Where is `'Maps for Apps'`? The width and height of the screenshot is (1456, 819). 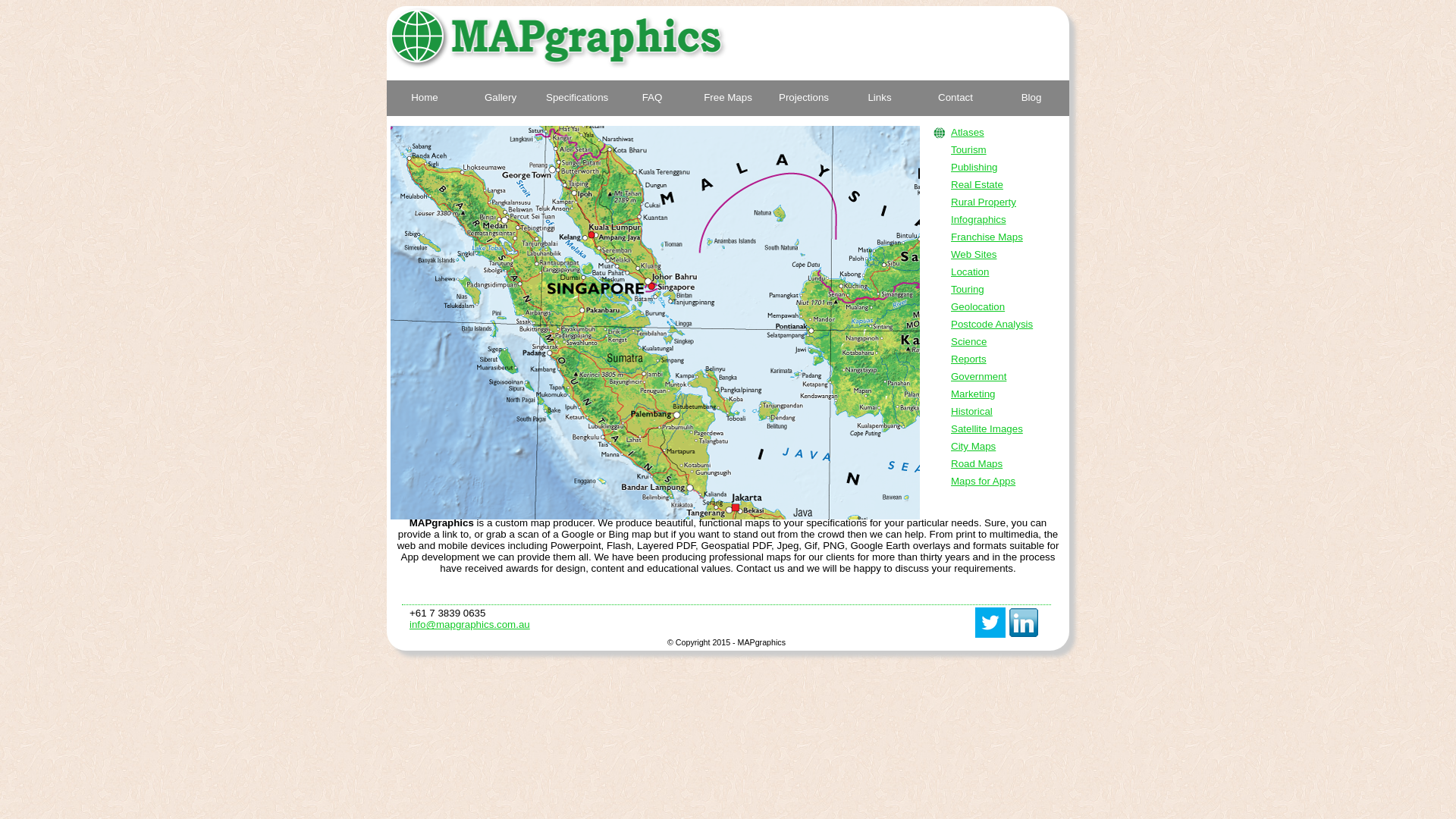
'Maps for Apps' is located at coordinates (983, 481).